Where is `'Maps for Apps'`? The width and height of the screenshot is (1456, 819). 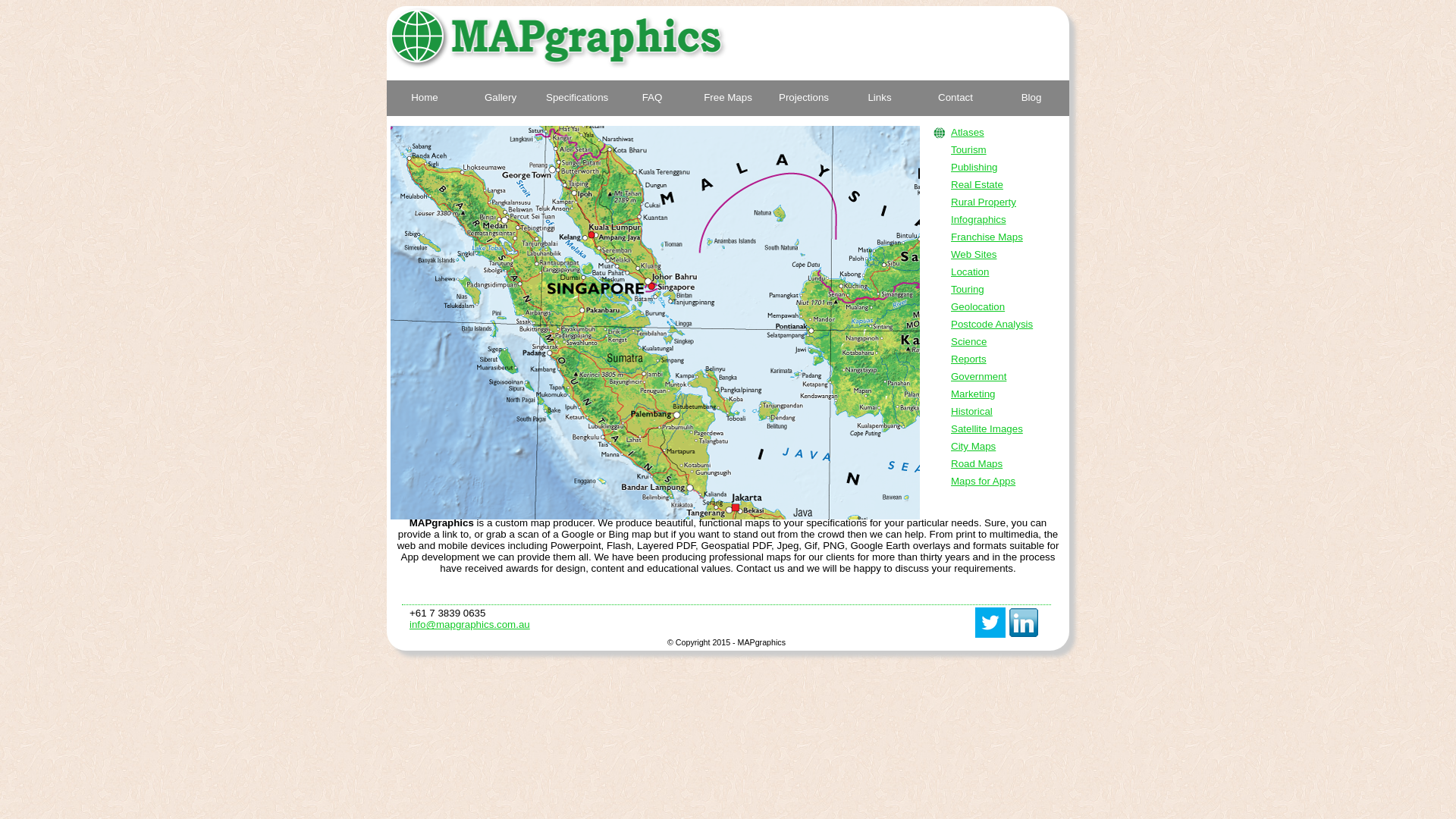
'Maps for Apps' is located at coordinates (983, 481).